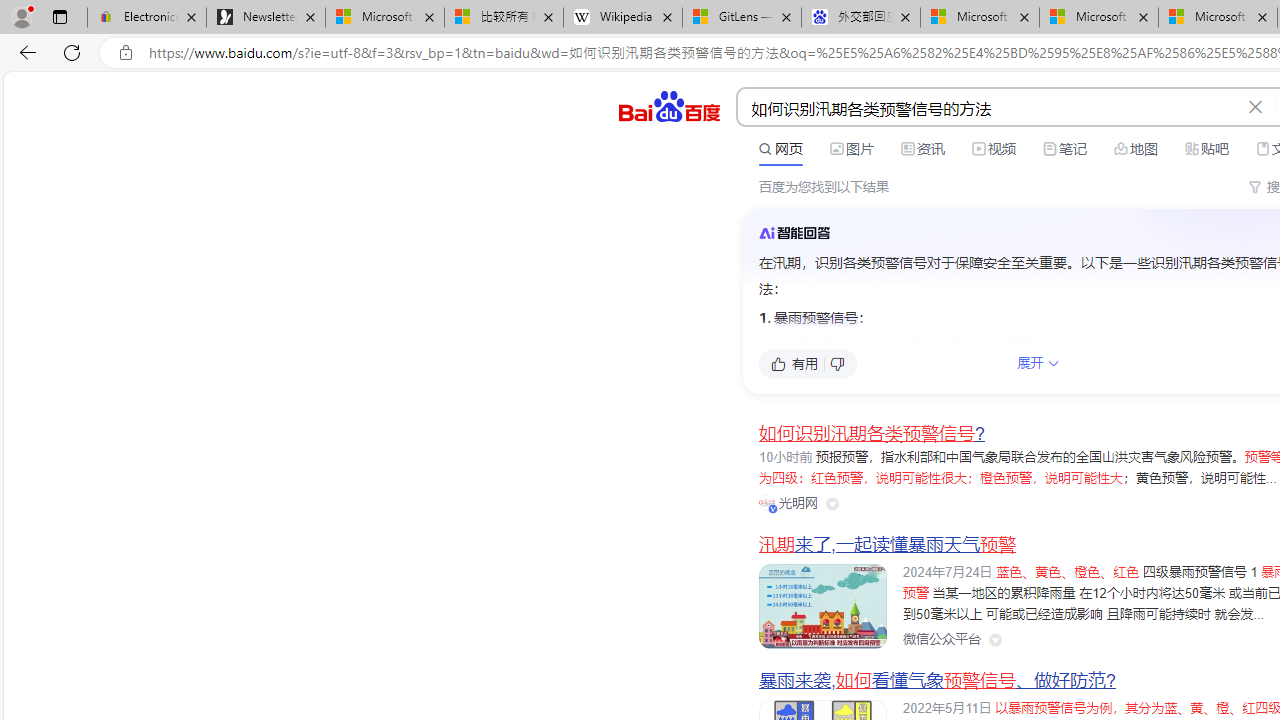  I want to click on 'Newsletter Sign Up', so click(265, 17).